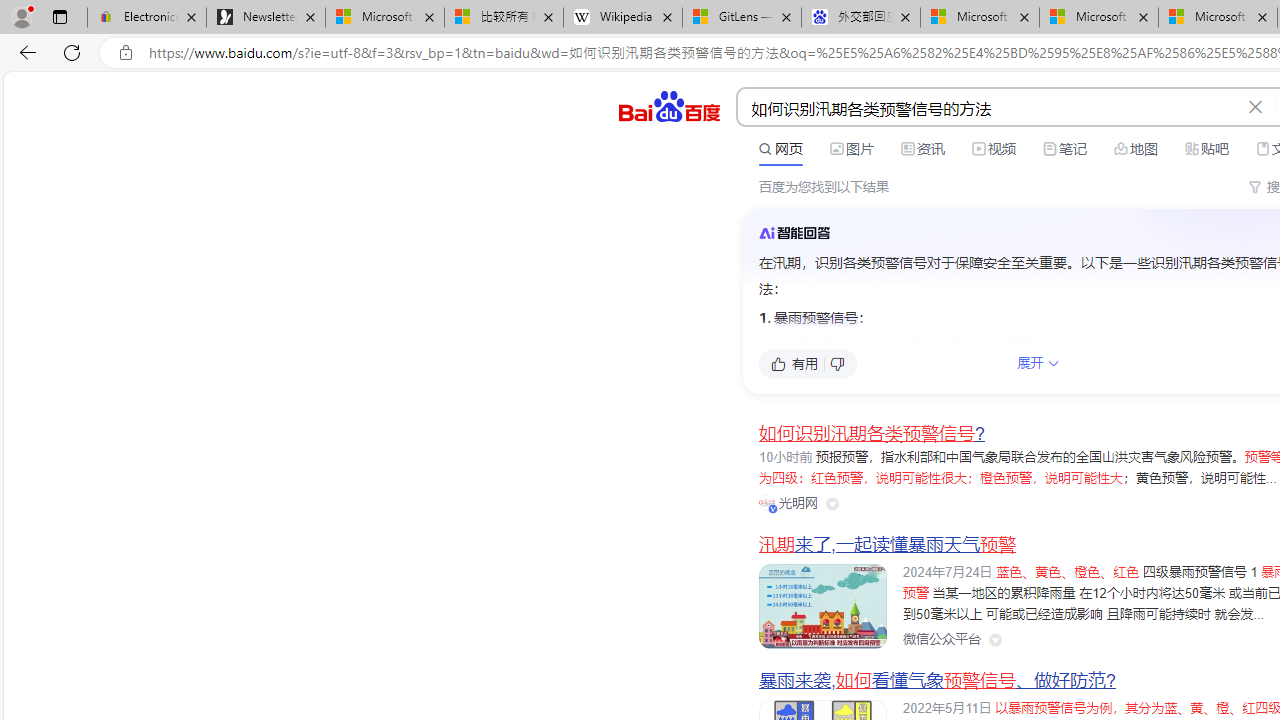  I want to click on 'Newsletter Sign Up', so click(265, 17).